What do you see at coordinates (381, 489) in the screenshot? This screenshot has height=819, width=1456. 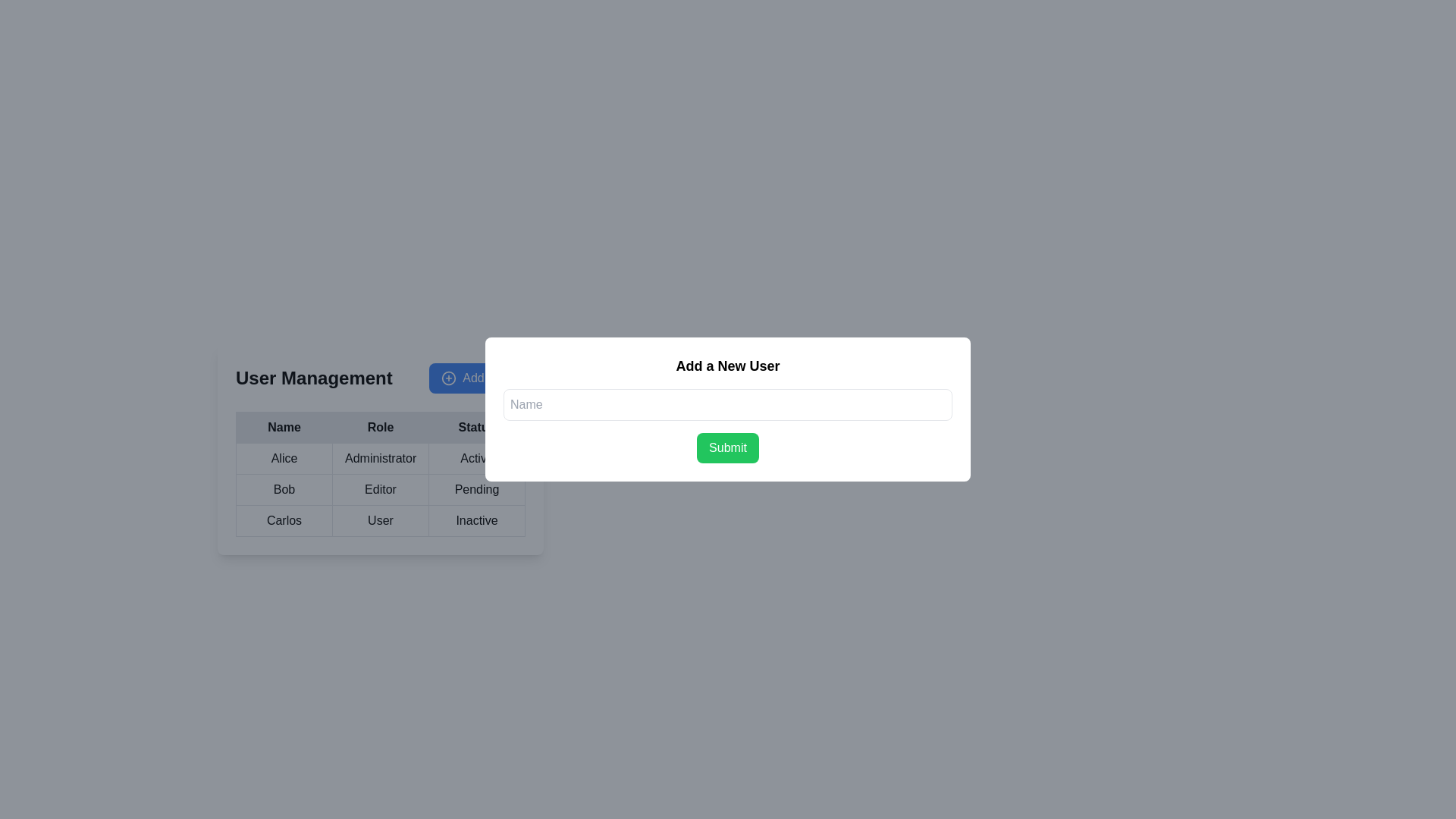 I see `the static text element displaying 'Editor', which is located in the middle column of the table under the 'Role' header` at bounding box center [381, 489].